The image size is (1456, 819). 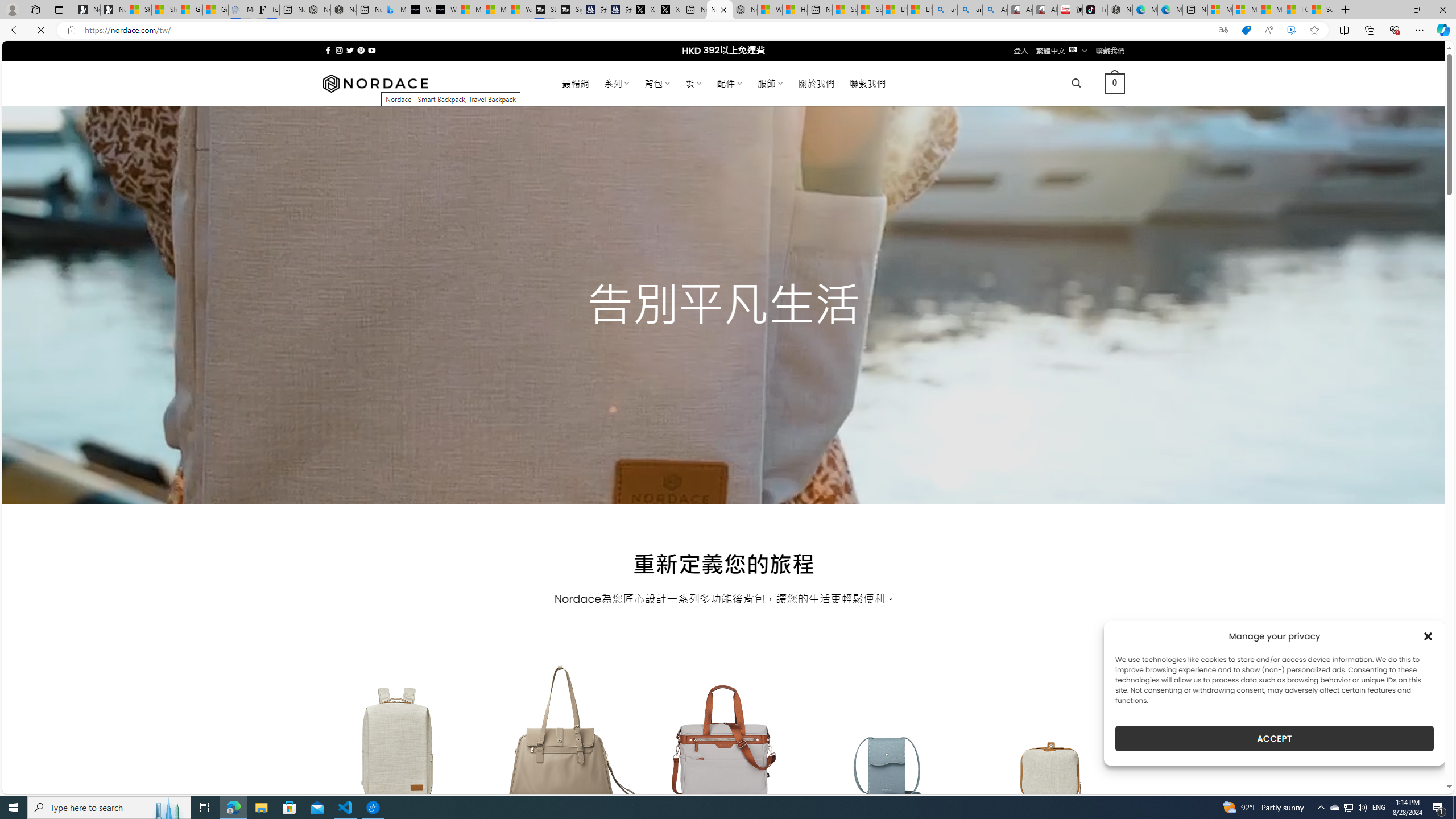 What do you see at coordinates (164, 9) in the screenshot?
I see `'Shanghai, China weather forecast | Microsoft Weather'` at bounding box center [164, 9].